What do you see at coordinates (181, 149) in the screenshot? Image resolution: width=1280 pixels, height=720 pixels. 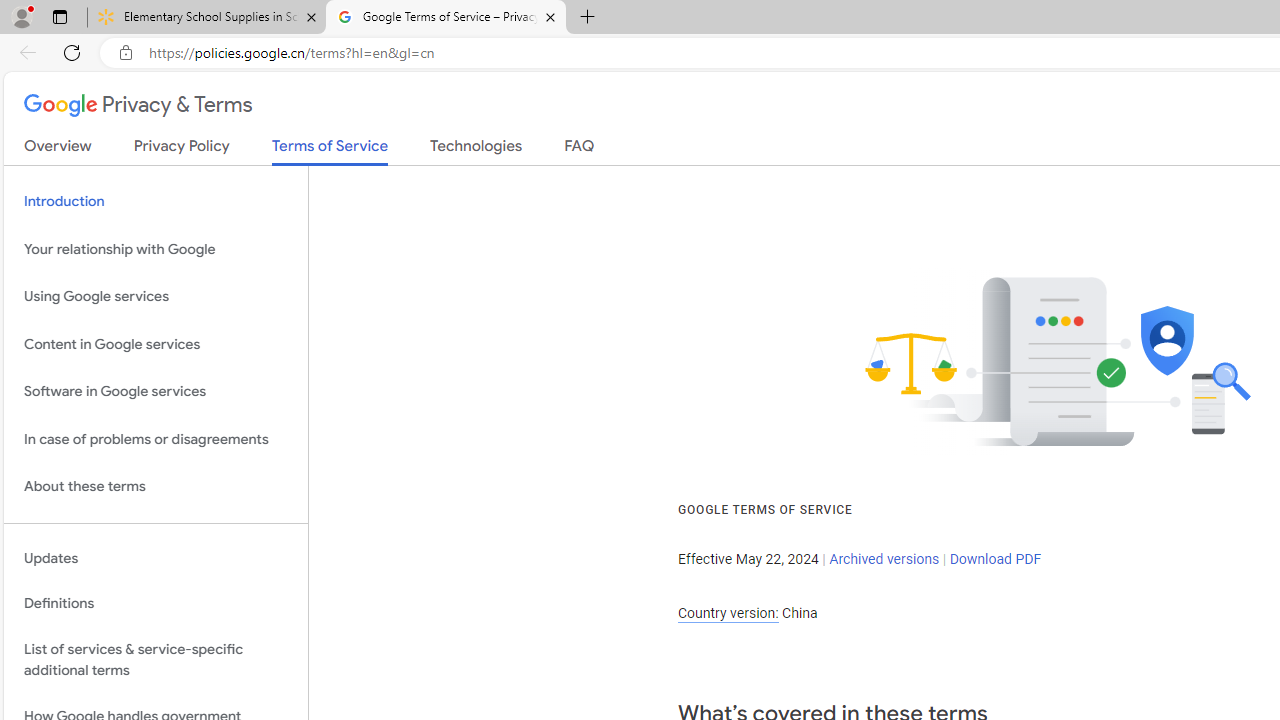 I see `'Privacy Policy'` at bounding box center [181, 149].